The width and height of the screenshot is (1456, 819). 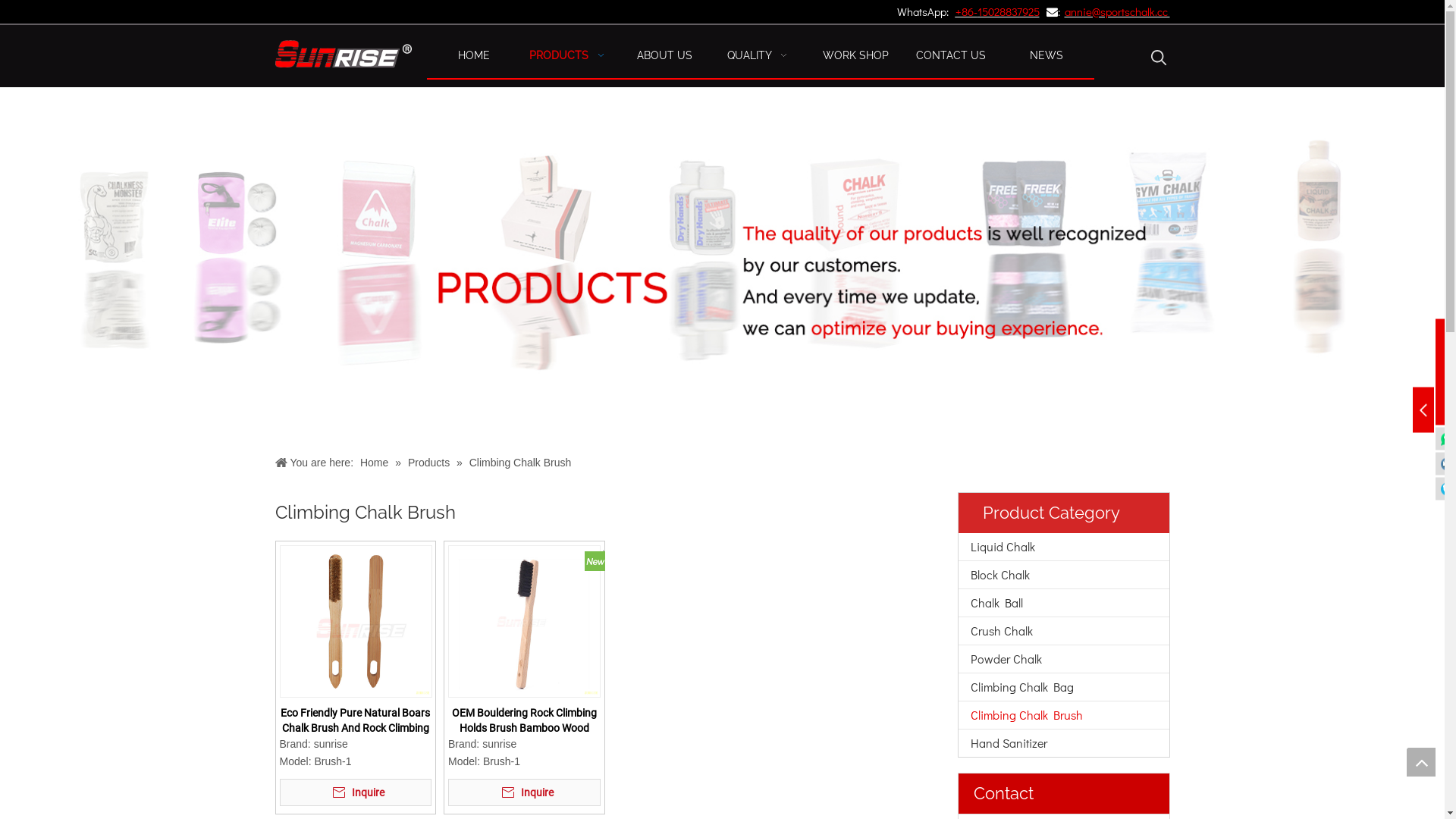 I want to click on 'Home', so click(x=375, y=461).